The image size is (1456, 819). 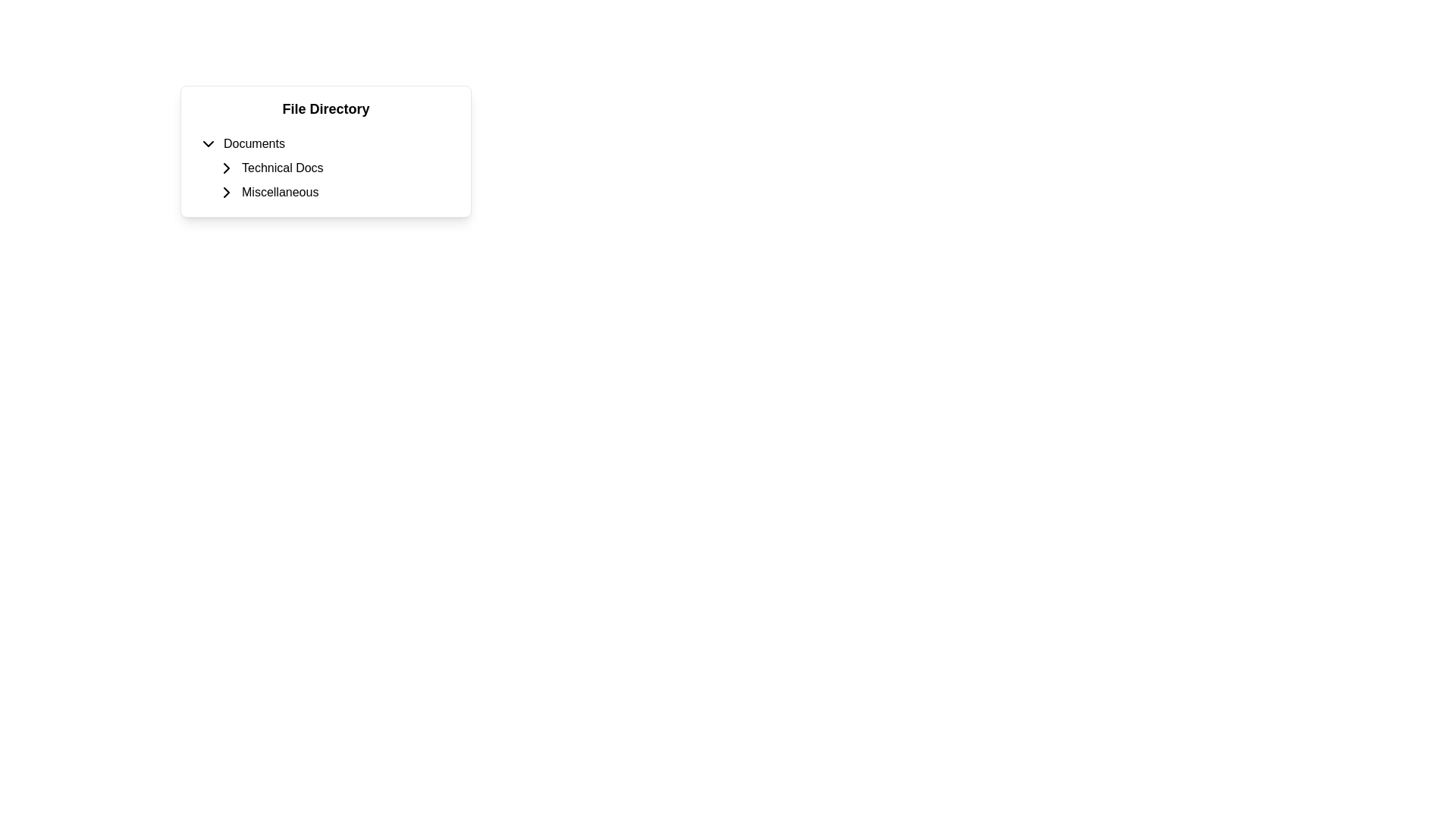 I want to click on the 'Technical Docs' text label in the left panel under the 'Documents' hierarchy, which is visually centered and located between the chevron icon and other sibling items, so click(x=282, y=168).